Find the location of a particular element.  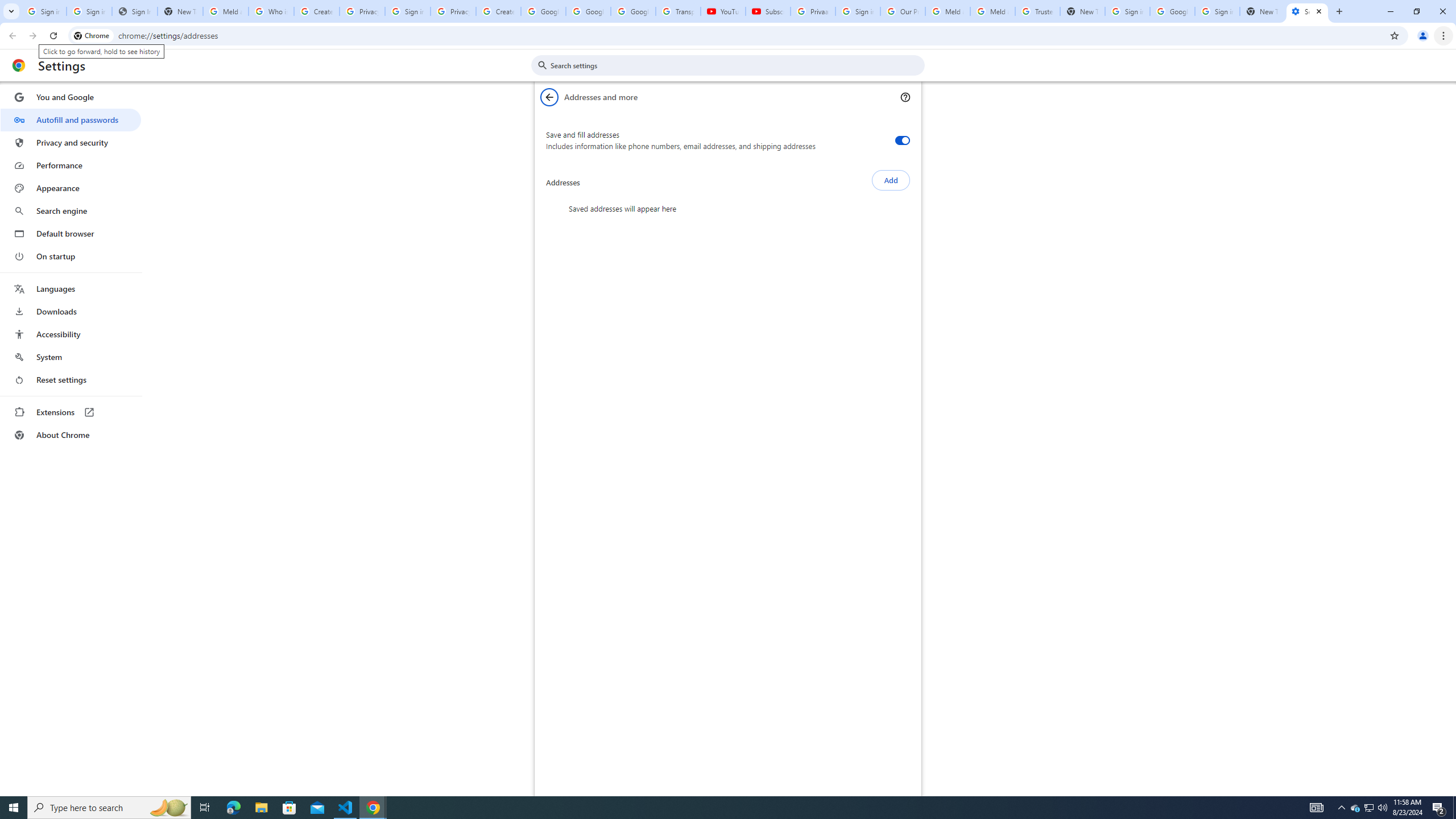

'You and Google' is located at coordinates (70, 97).